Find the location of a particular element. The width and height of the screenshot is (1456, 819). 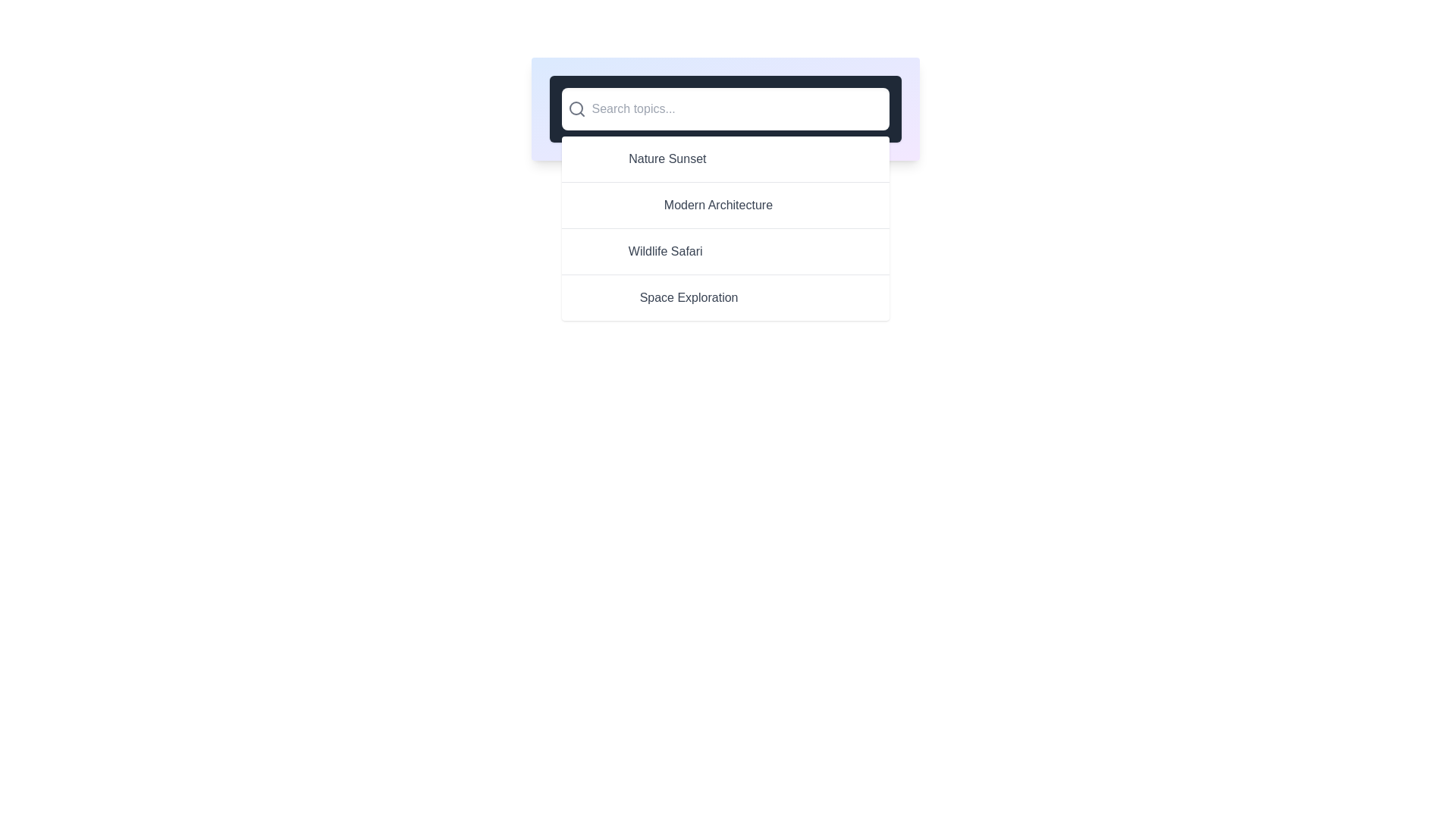

the first option in the dropdown list below the 'Search topics...' input field is located at coordinates (667, 158).